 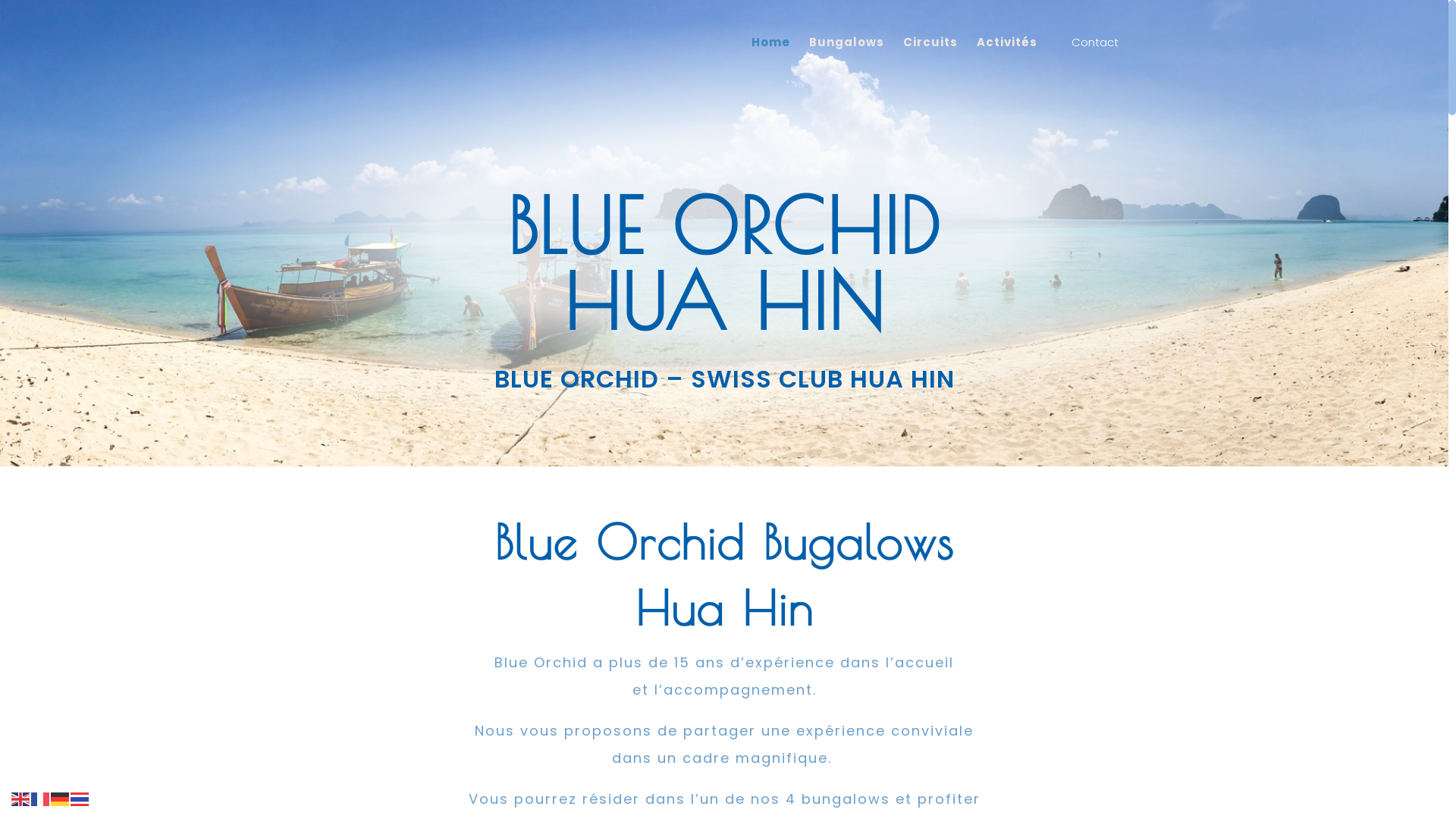 I want to click on 'French', so click(x=31, y=797).